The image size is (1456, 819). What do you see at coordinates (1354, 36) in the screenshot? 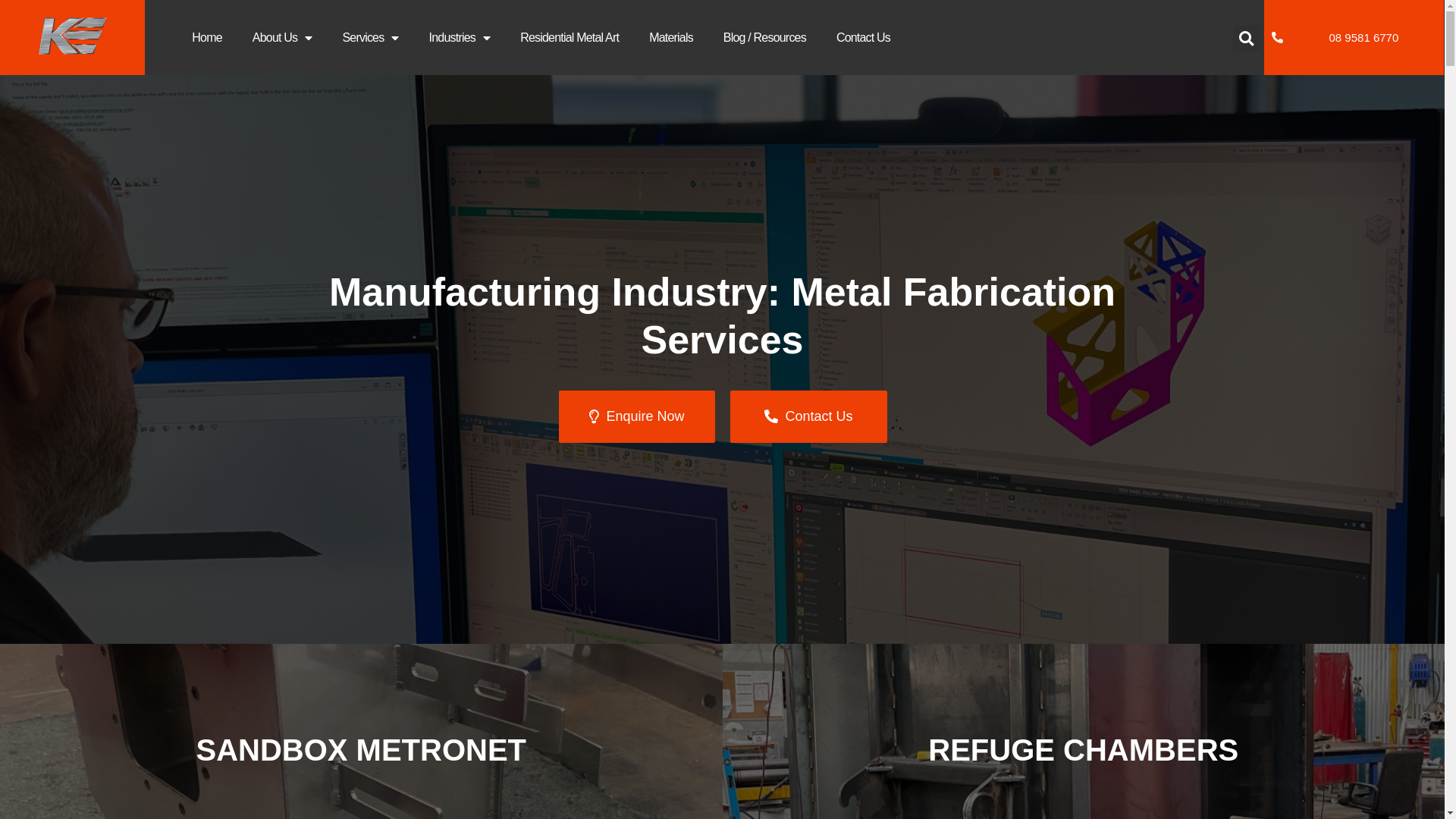
I see `'08 9581 6770'` at bounding box center [1354, 36].